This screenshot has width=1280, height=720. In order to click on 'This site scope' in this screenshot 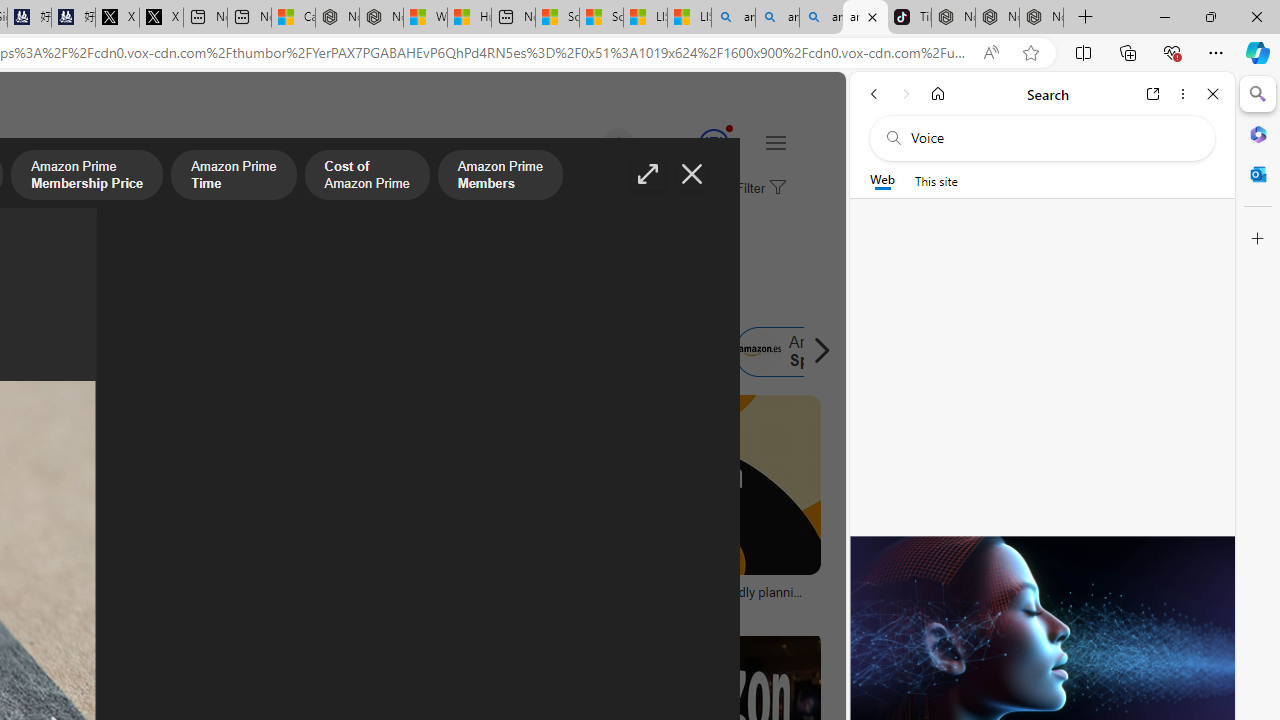, I will do `click(935, 180)`.